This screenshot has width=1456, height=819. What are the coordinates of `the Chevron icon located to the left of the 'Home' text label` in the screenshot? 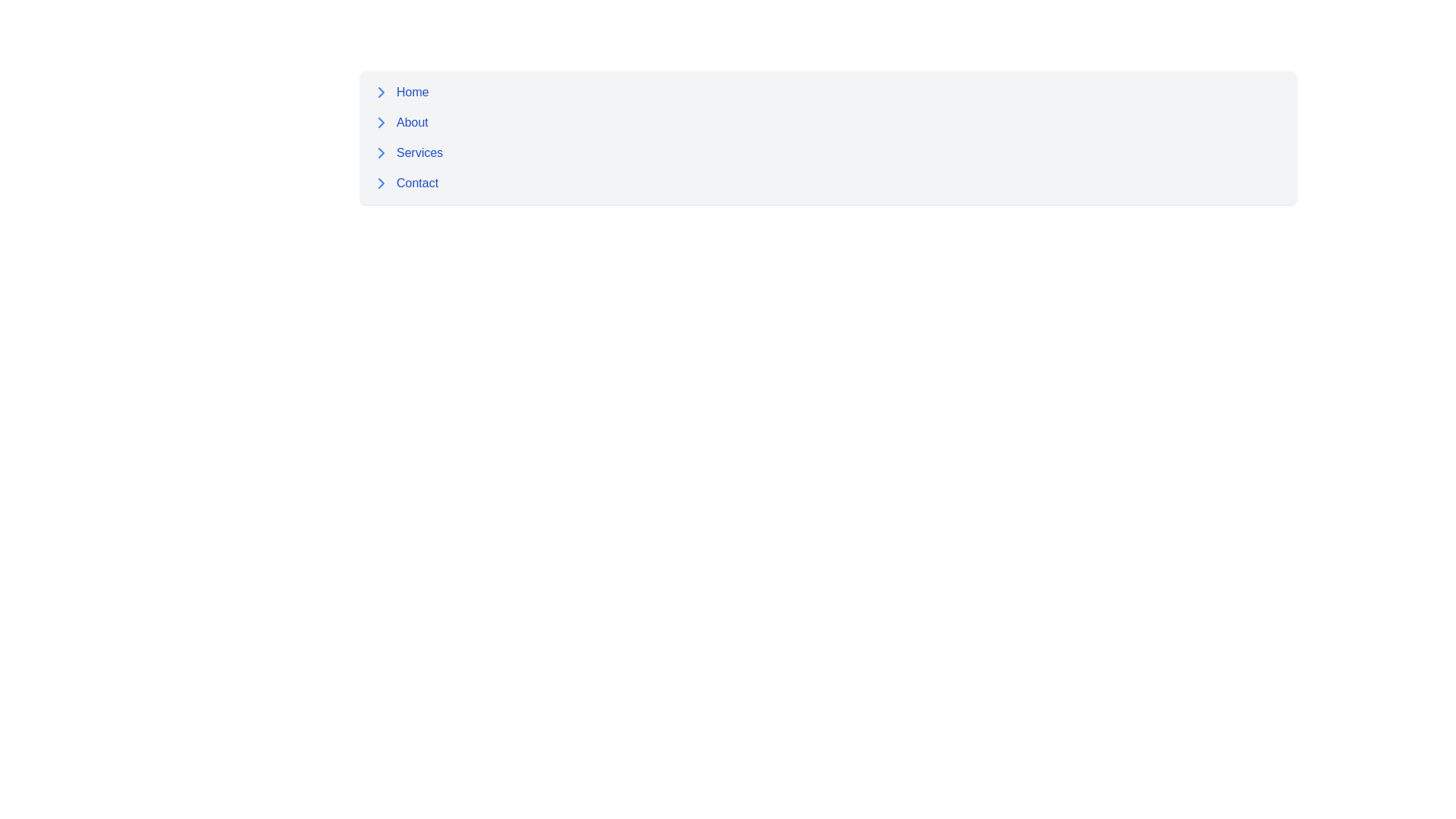 It's located at (381, 93).